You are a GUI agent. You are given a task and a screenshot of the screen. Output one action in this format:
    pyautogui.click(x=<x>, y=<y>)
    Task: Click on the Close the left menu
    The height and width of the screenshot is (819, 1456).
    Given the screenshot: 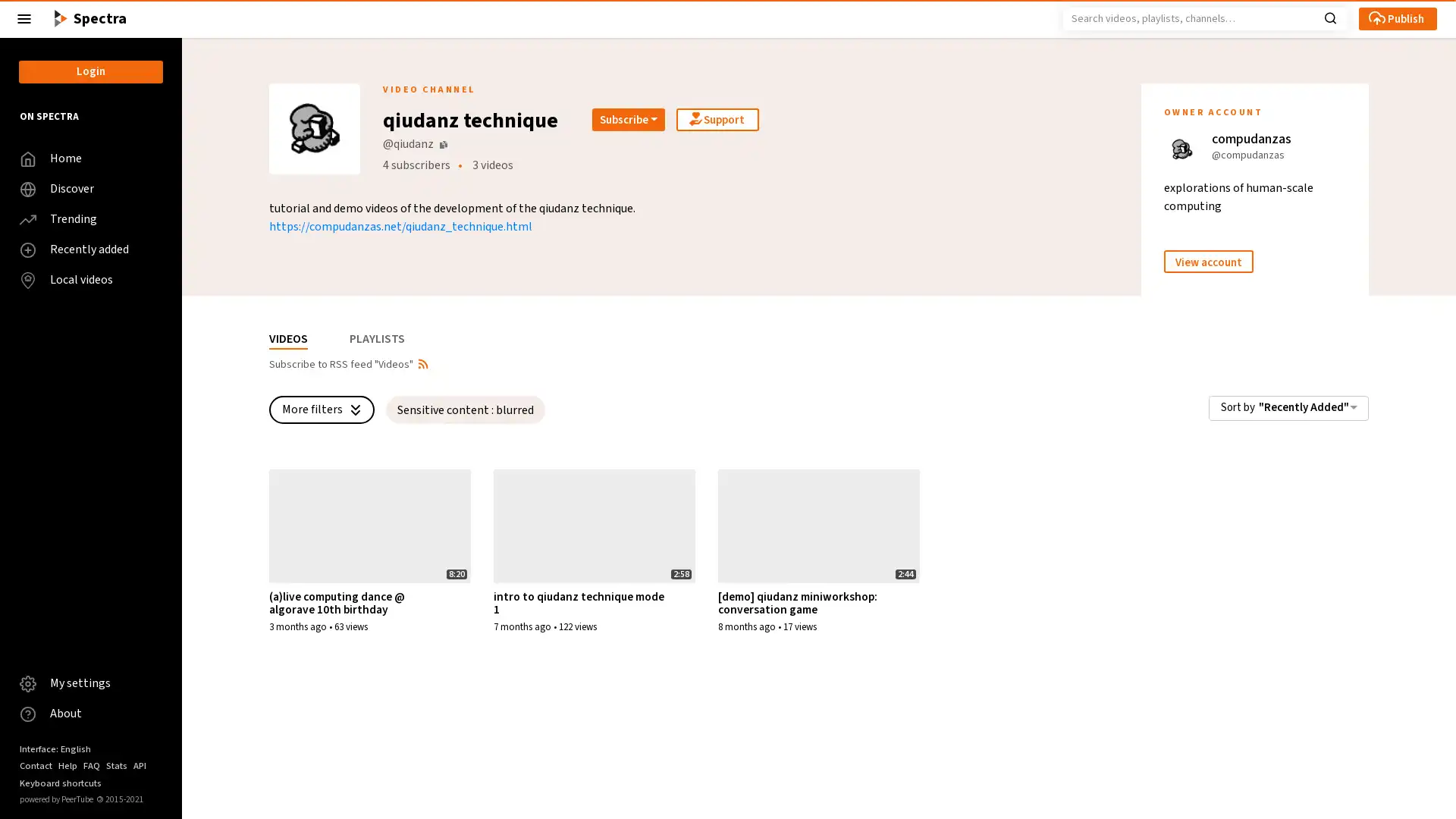 What is the action you would take?
    pyautogui.click(x=24, y=18)
    